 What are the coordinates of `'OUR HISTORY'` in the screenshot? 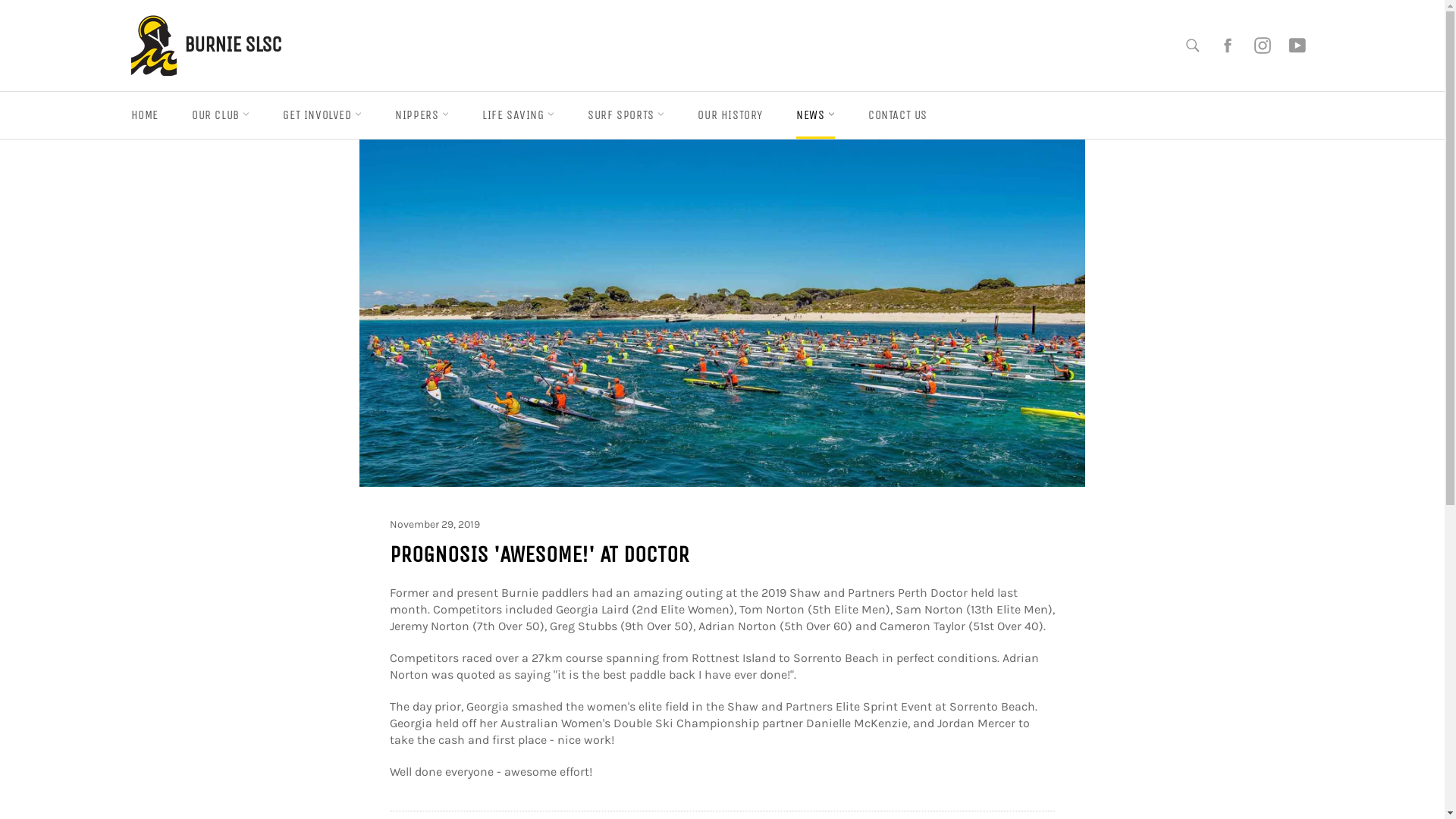 It's located at (730, 114).